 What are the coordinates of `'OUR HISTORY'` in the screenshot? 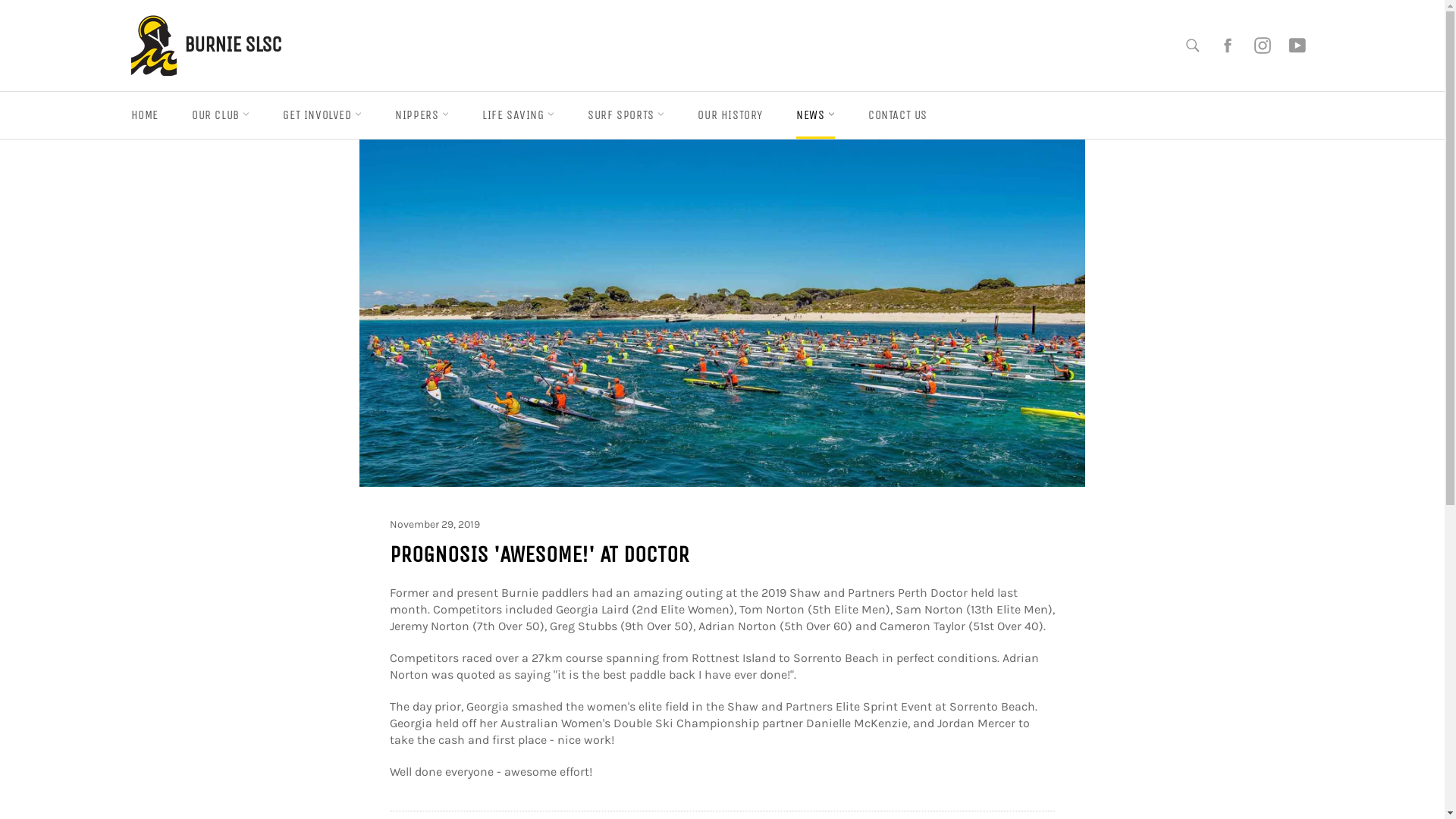 It's located at (730, 114).